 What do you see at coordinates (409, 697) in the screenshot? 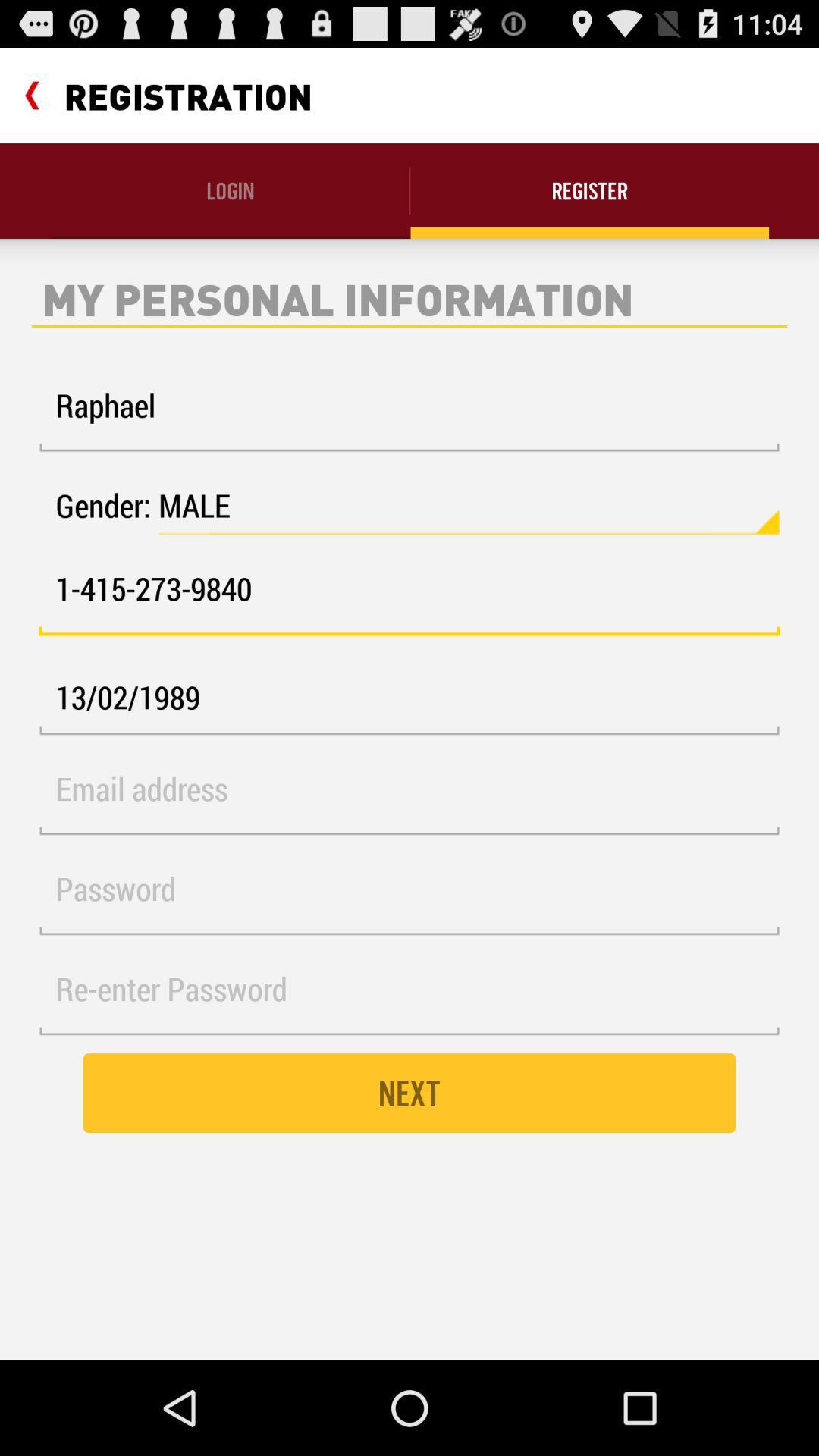
I see `the icon below the 1 415 273` at bounding box center [409, 697].